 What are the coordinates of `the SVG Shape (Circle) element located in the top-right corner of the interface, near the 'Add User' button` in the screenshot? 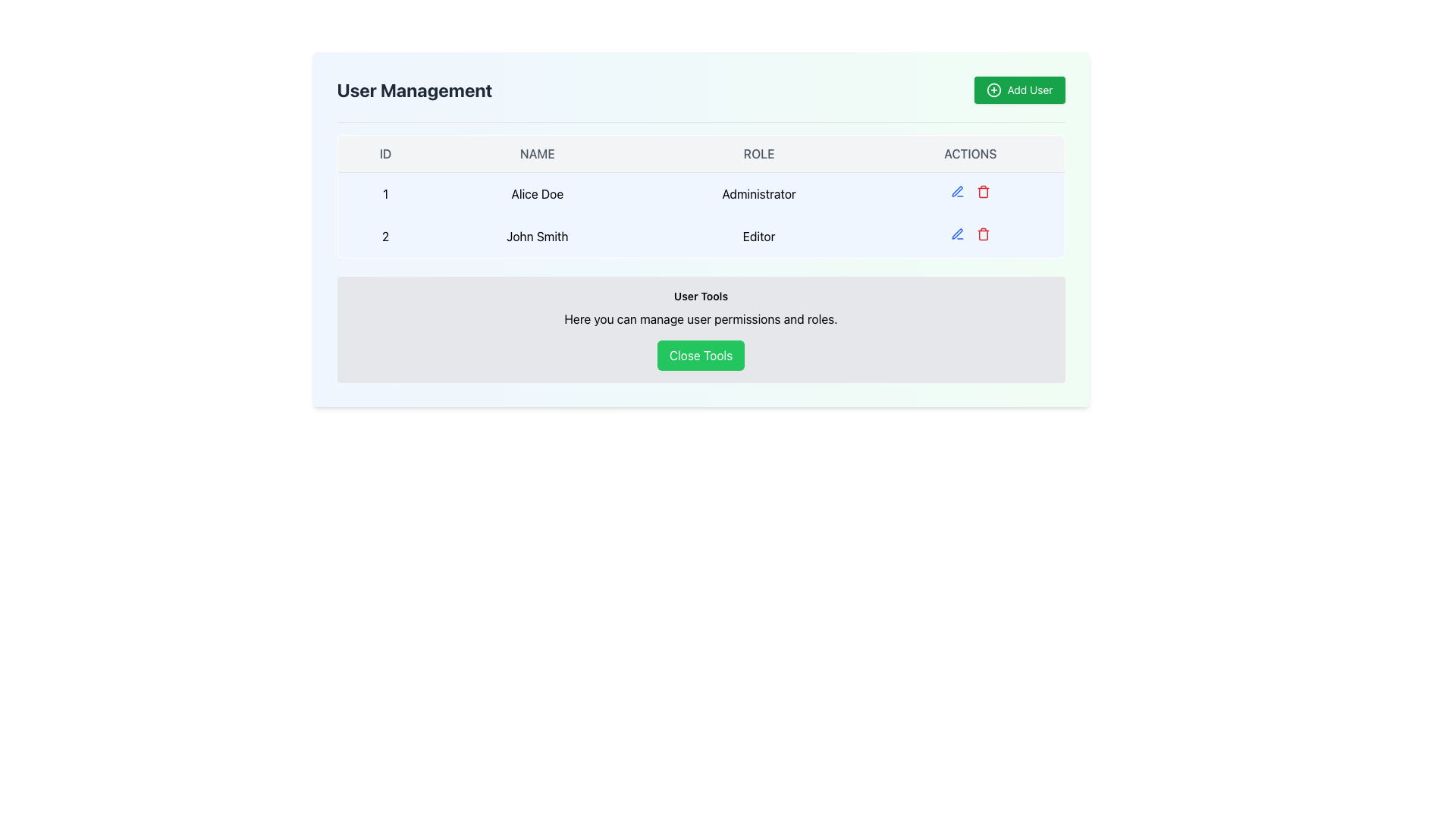 It's located at (993, 90).